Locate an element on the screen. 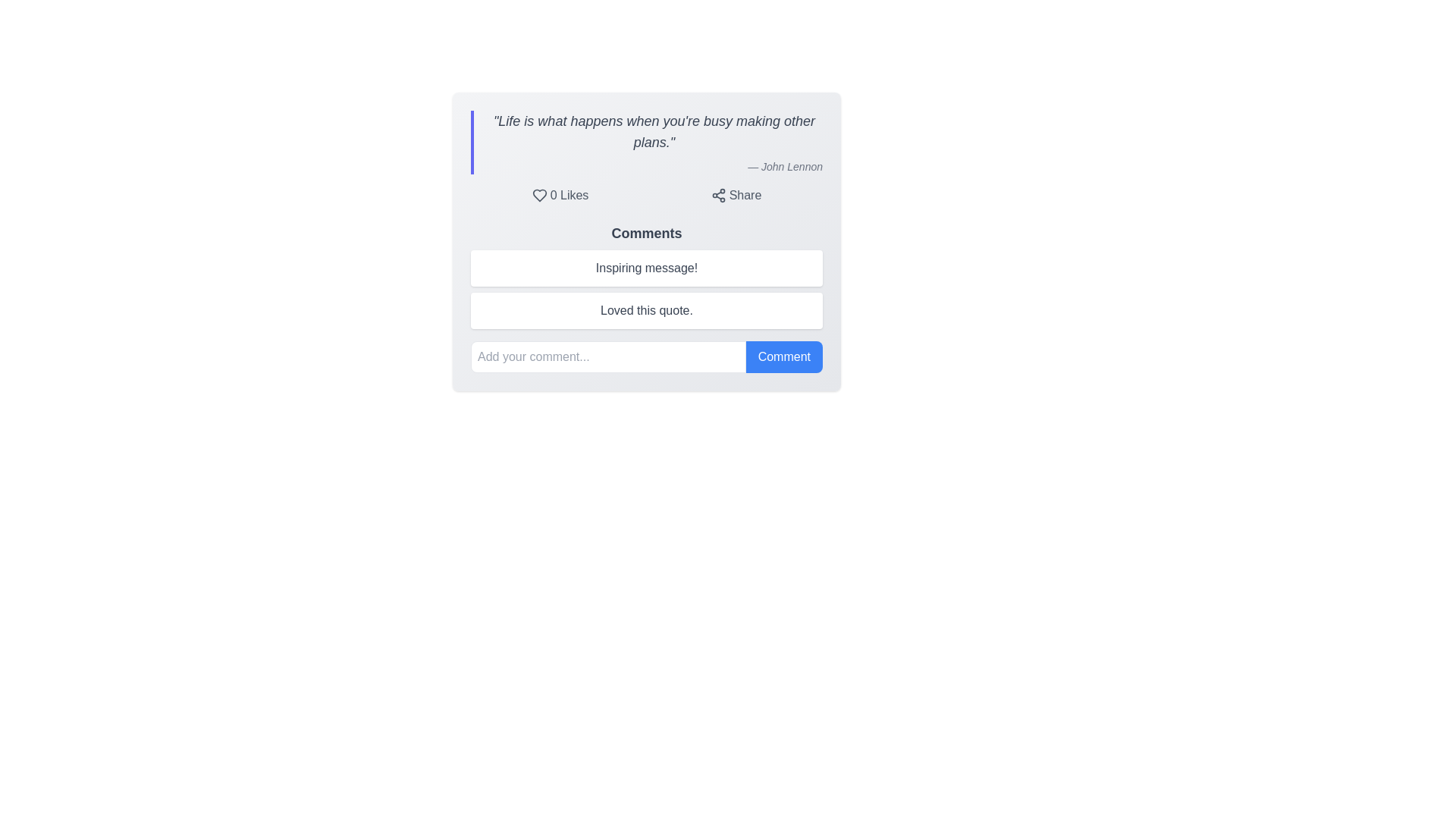 This screenshot has width=1456, height=819. the 'Share' button located in the bottom section of the panel, to the right of the '0 Likes' button, to change its color is located at coordinates (736, 195).